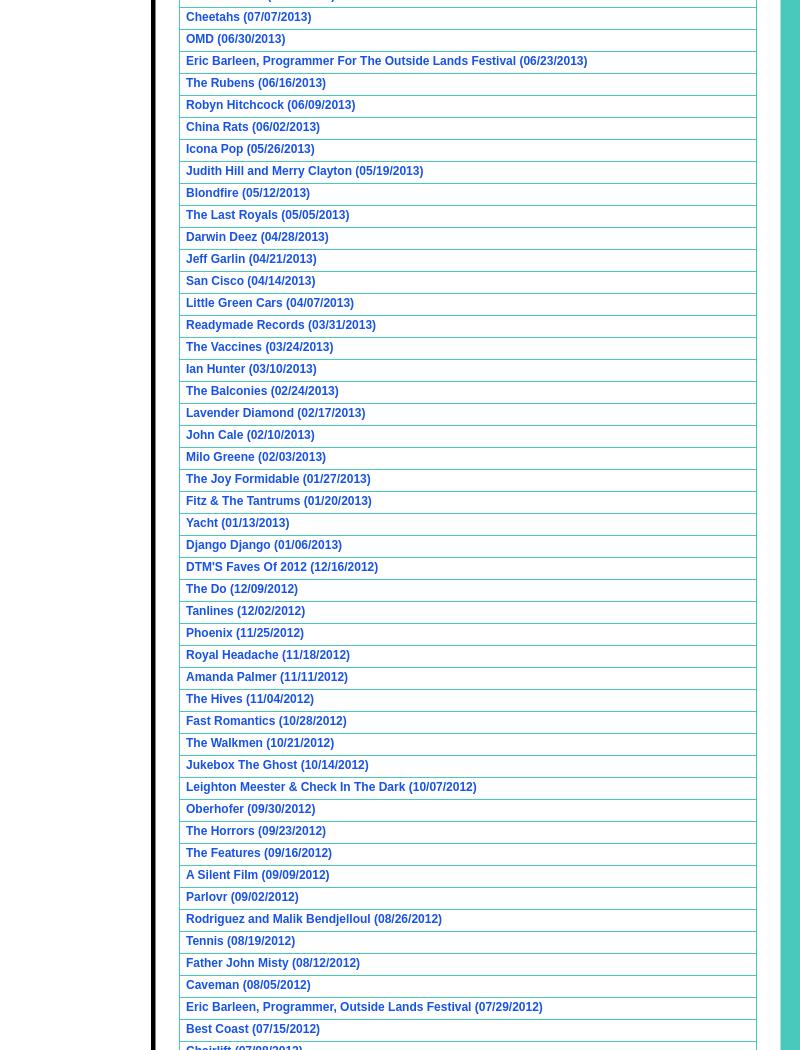  Describe the element at coordinates (277, 765) in the screenshot. I see `'Jukebox The Ghost (10/14/2012)'` at that location.